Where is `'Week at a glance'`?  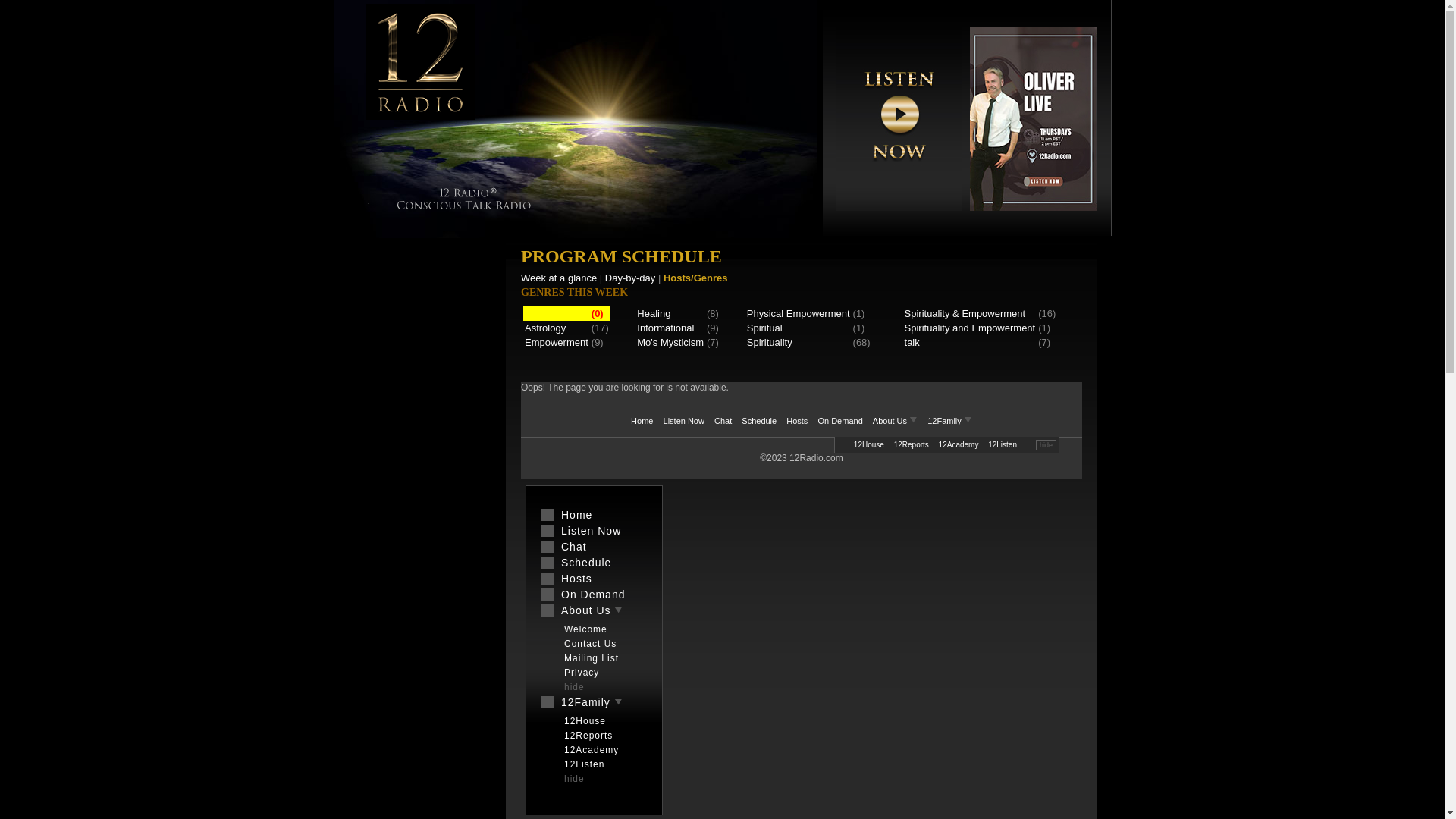 'Week at a glance' is located at coordinates (558, 278).